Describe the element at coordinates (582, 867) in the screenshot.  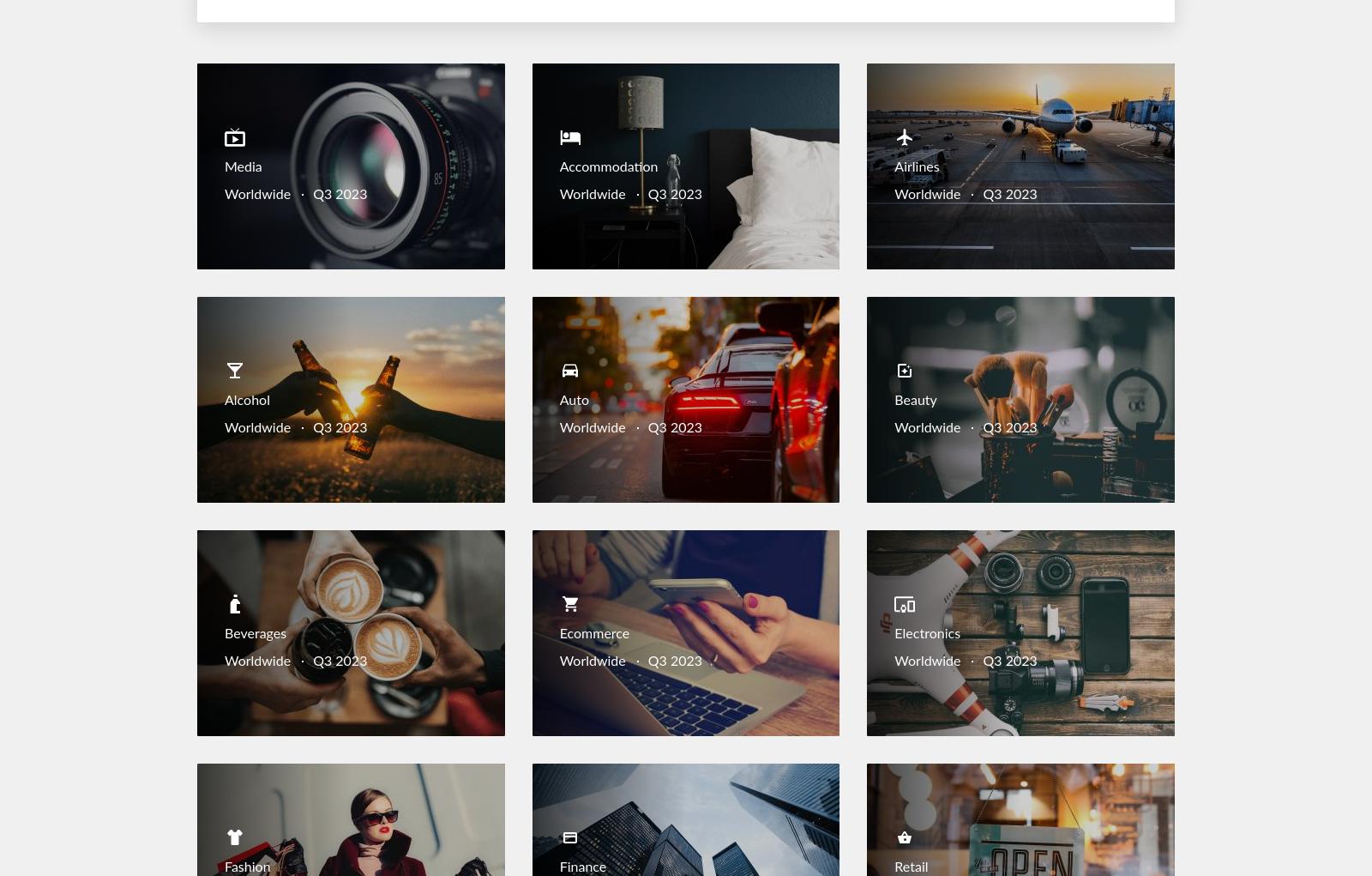
I see `'Finance'` at that location.